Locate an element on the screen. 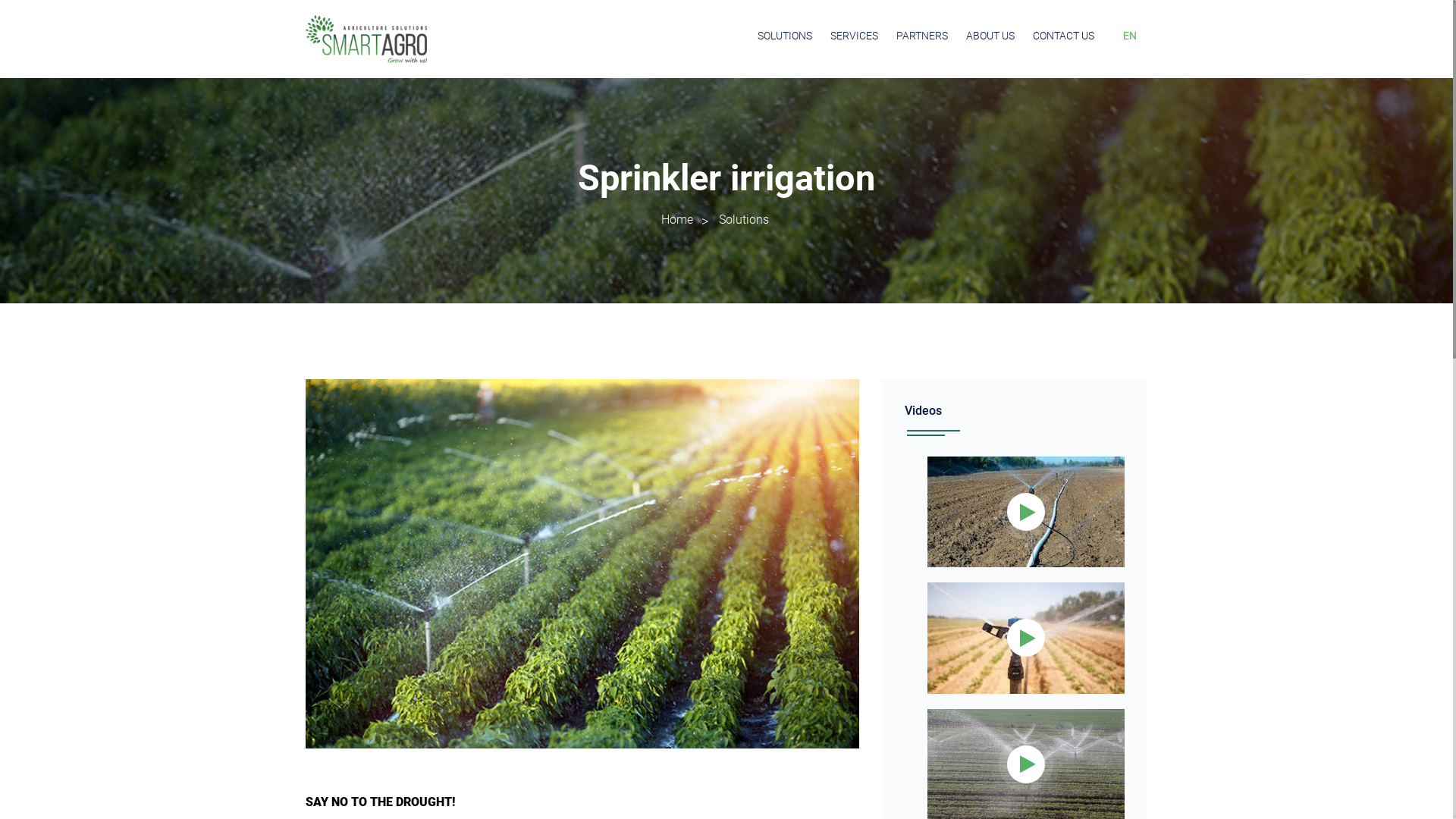 This screenshot has width=1456, height=819. 'CONTACT US' is located at coordinates (1062, 34).